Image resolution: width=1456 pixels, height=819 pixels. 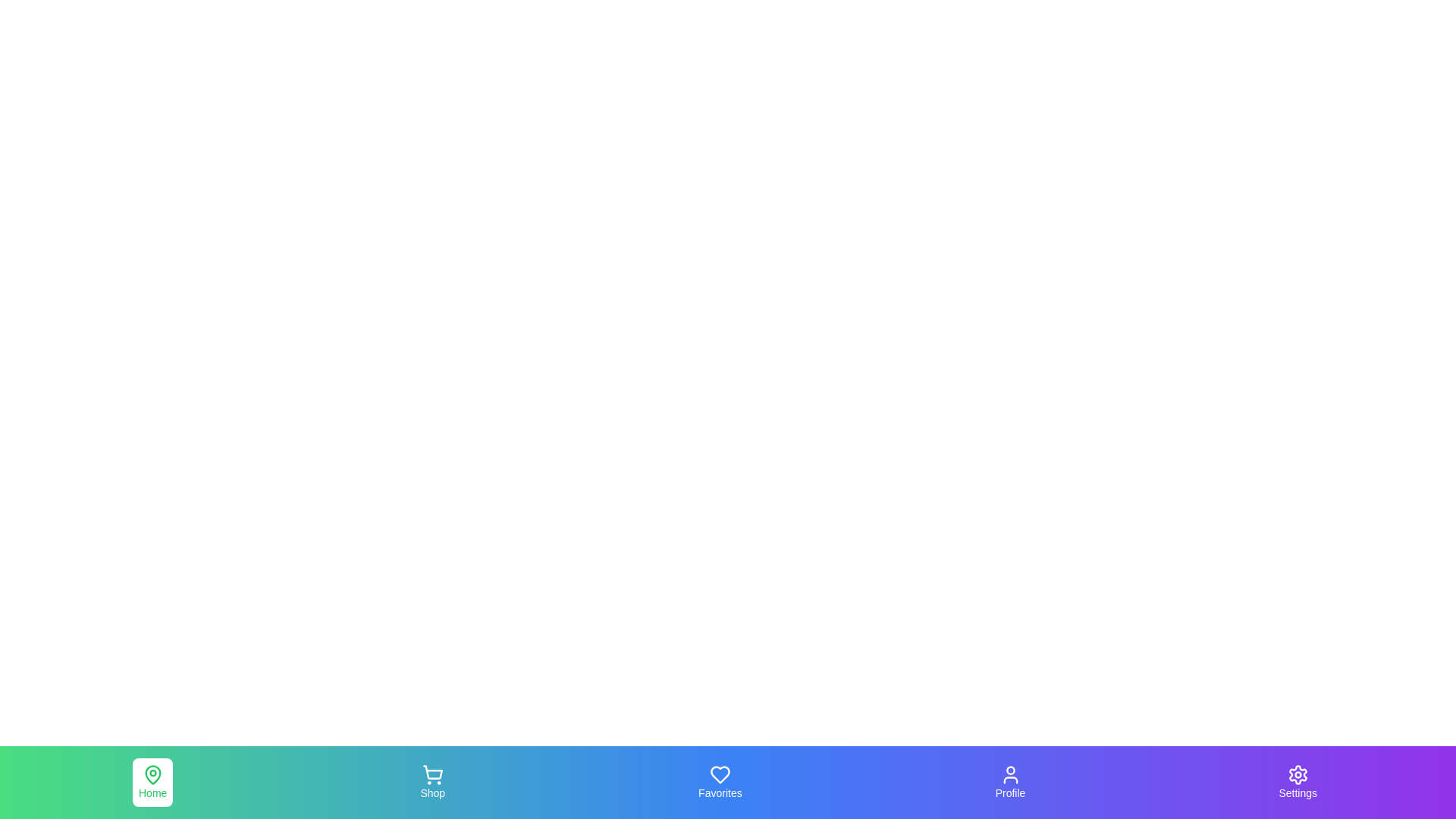 What do you see at coordinates (719, 783) in the screenshot?
I see `the Favorites tab in the navigation bar` at bounding box center [719, 783].